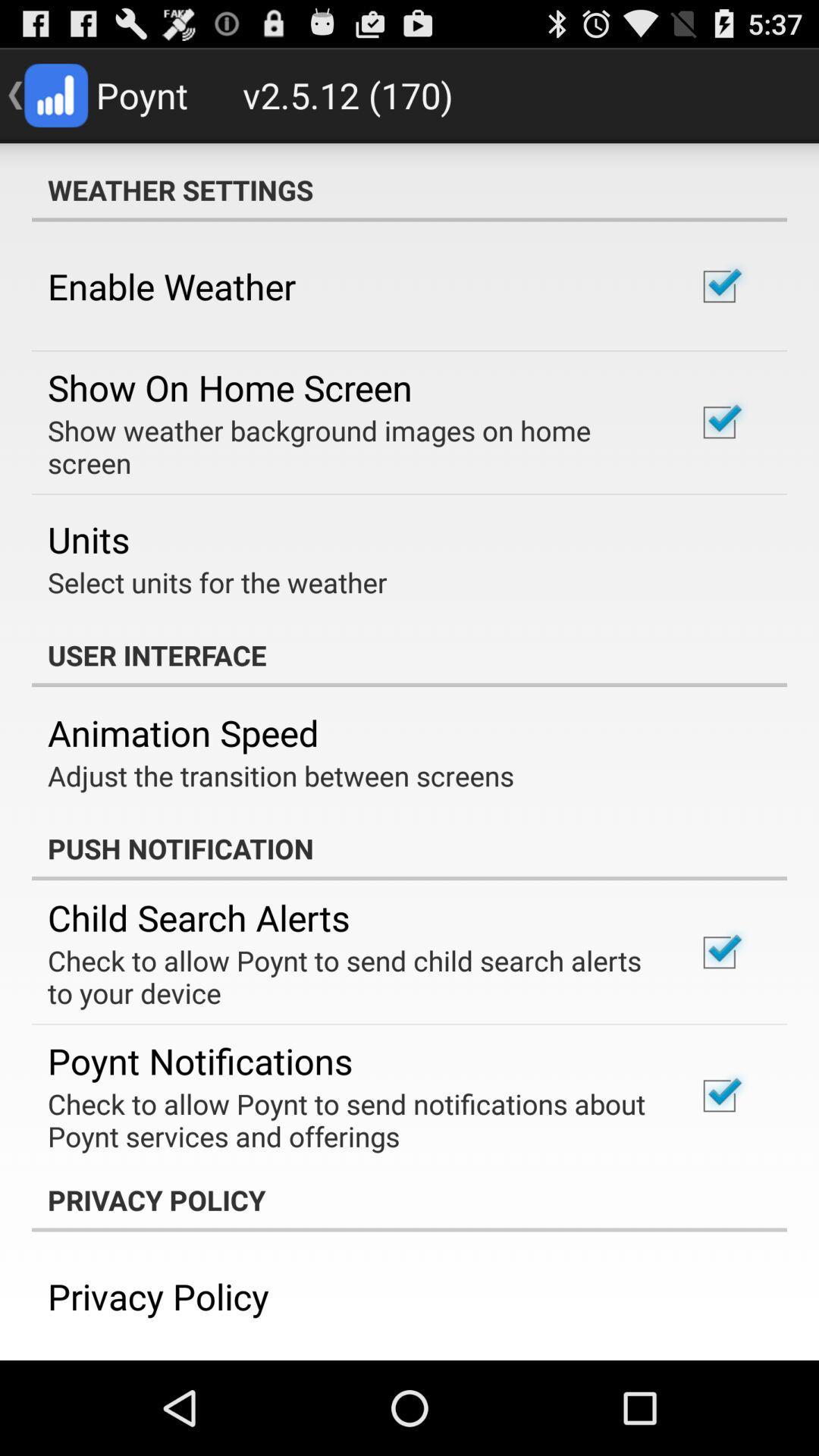 Image resolution: width=819 pixels, height=1456 pixels. Describe the element at coordinates (351, 446) in the screenshot. I see `the app above units` at that location.